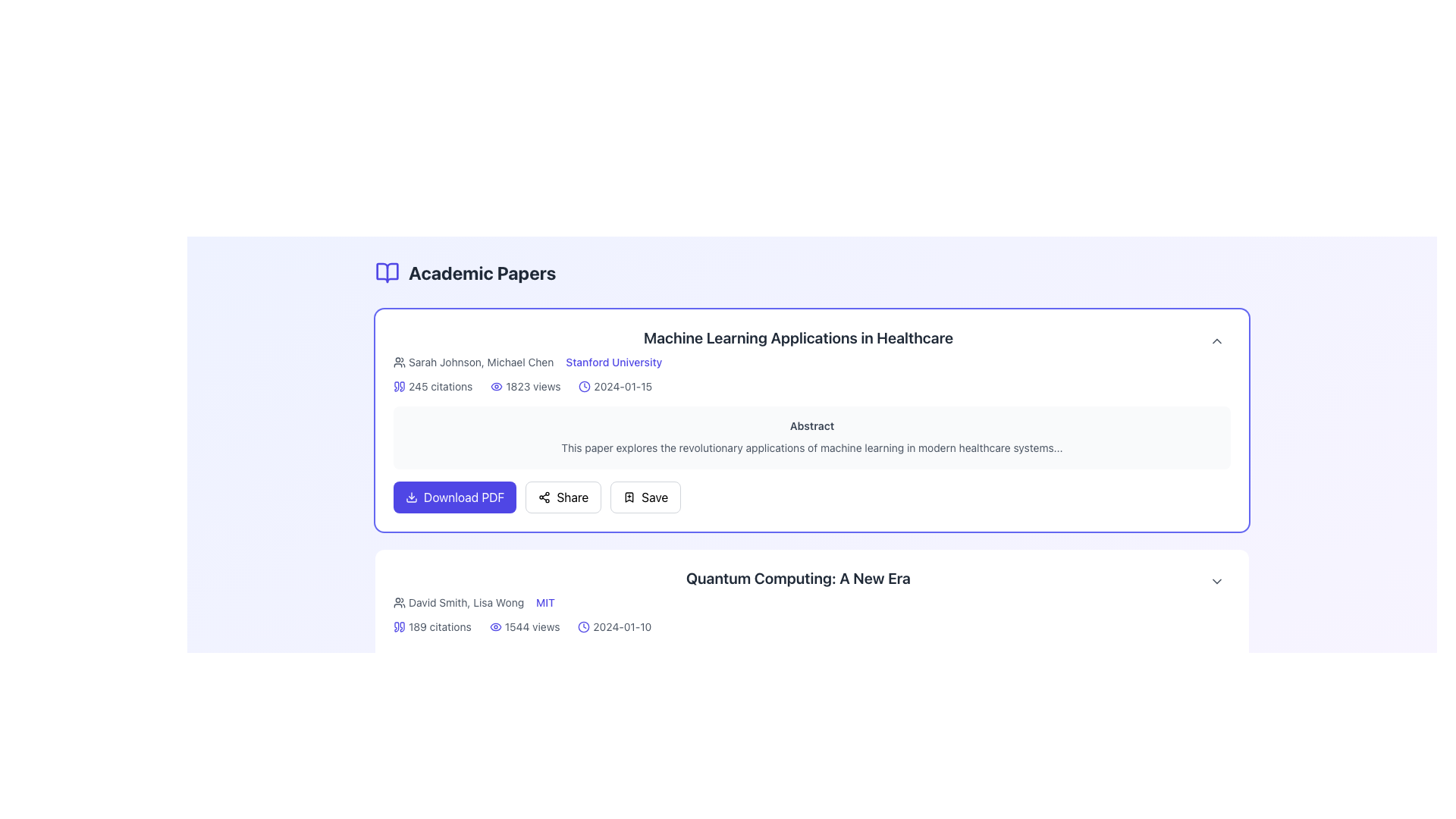 This screenshot has height=819, width=1456. I want to click on the indigo clock icon, which is a small circular icon with clock hands, located to the left of the date text '2024-01-10' in the paper metadata section of the second card titled 'Quantum Computing: A New Era', so click(583, 626).